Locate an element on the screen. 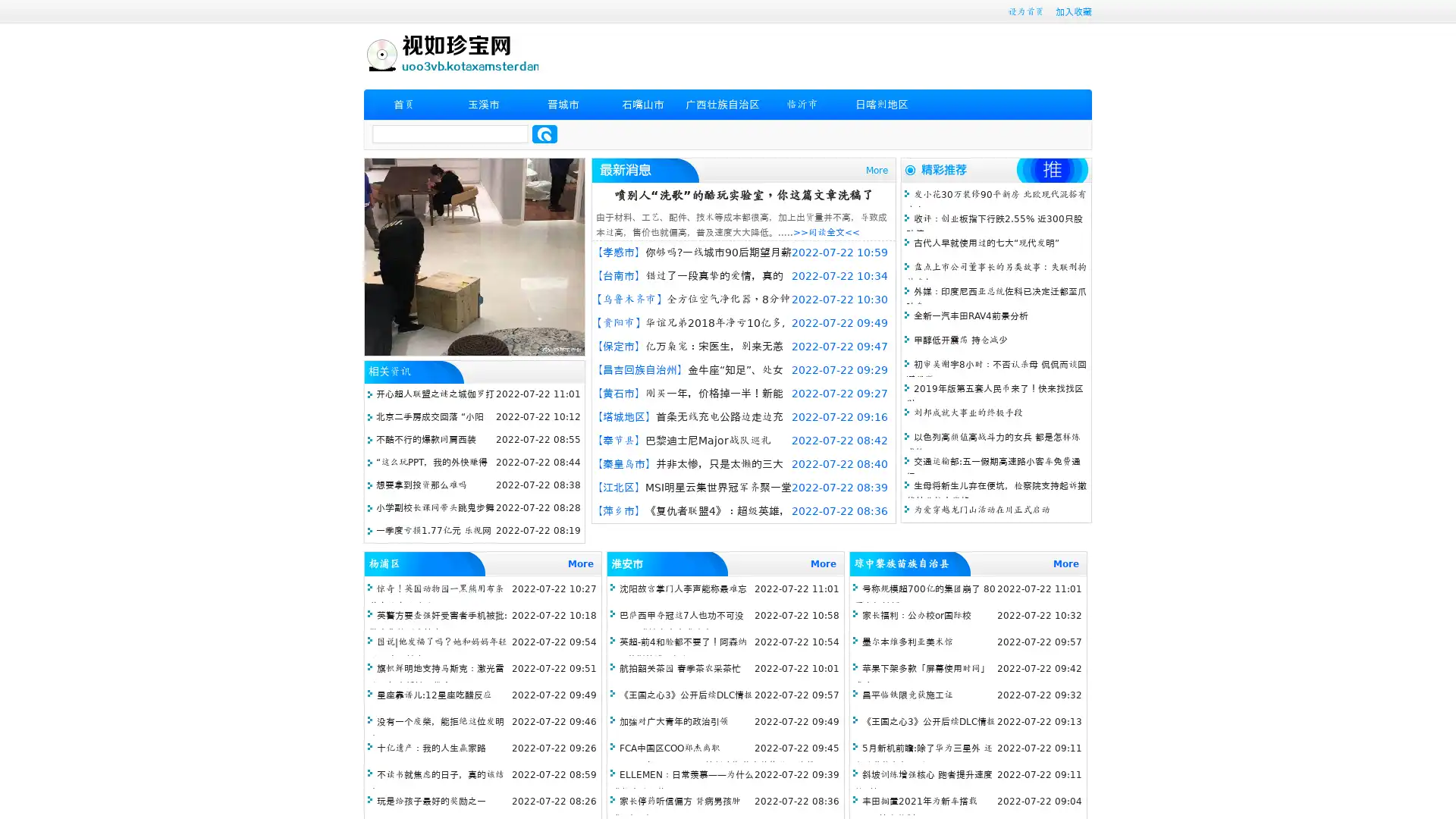  Search is located at coordinates (544, 133).